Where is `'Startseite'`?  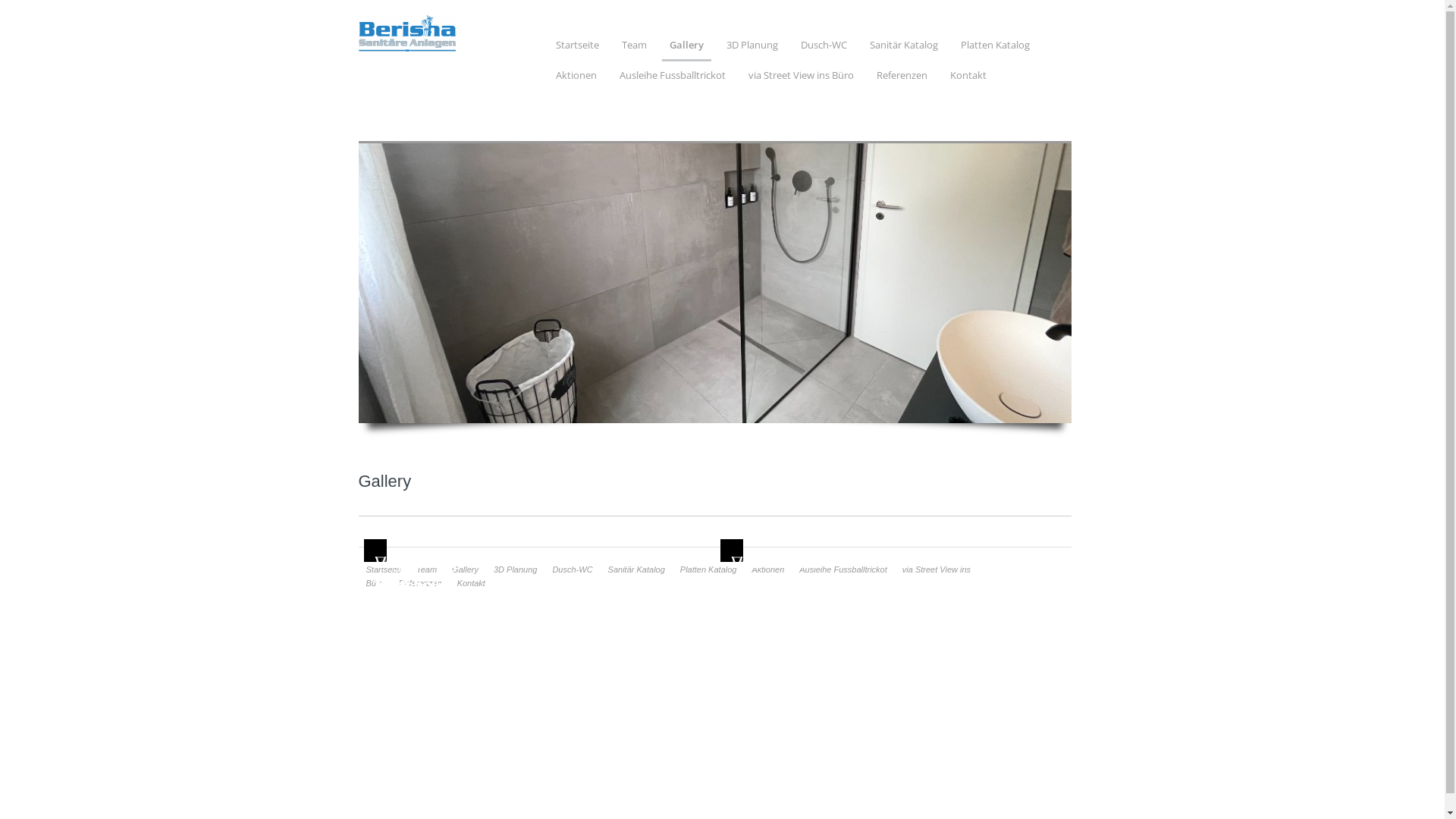 'Startseite' is located at coordinates (382, 570).